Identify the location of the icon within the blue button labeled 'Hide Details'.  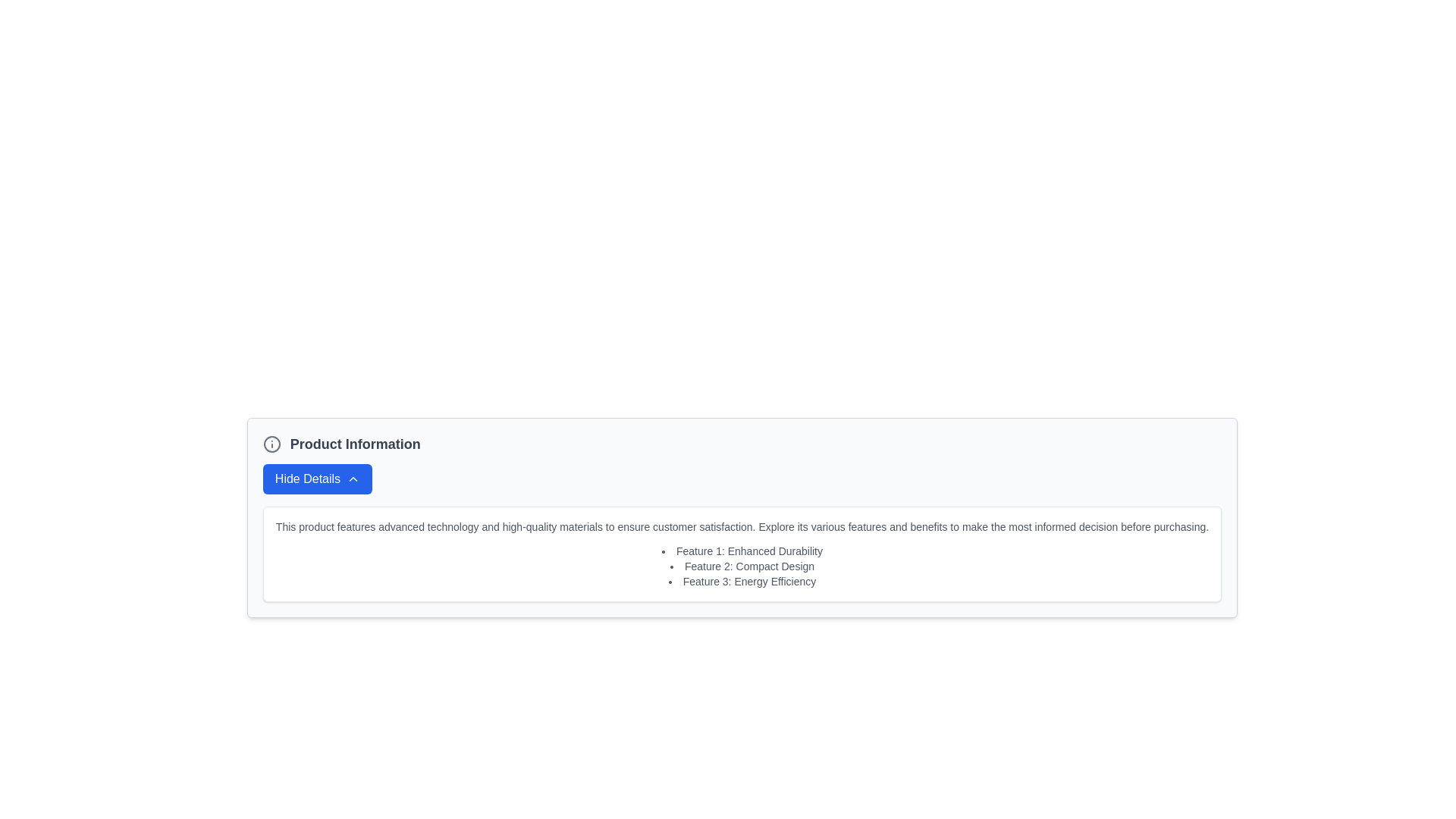
(353, 479).